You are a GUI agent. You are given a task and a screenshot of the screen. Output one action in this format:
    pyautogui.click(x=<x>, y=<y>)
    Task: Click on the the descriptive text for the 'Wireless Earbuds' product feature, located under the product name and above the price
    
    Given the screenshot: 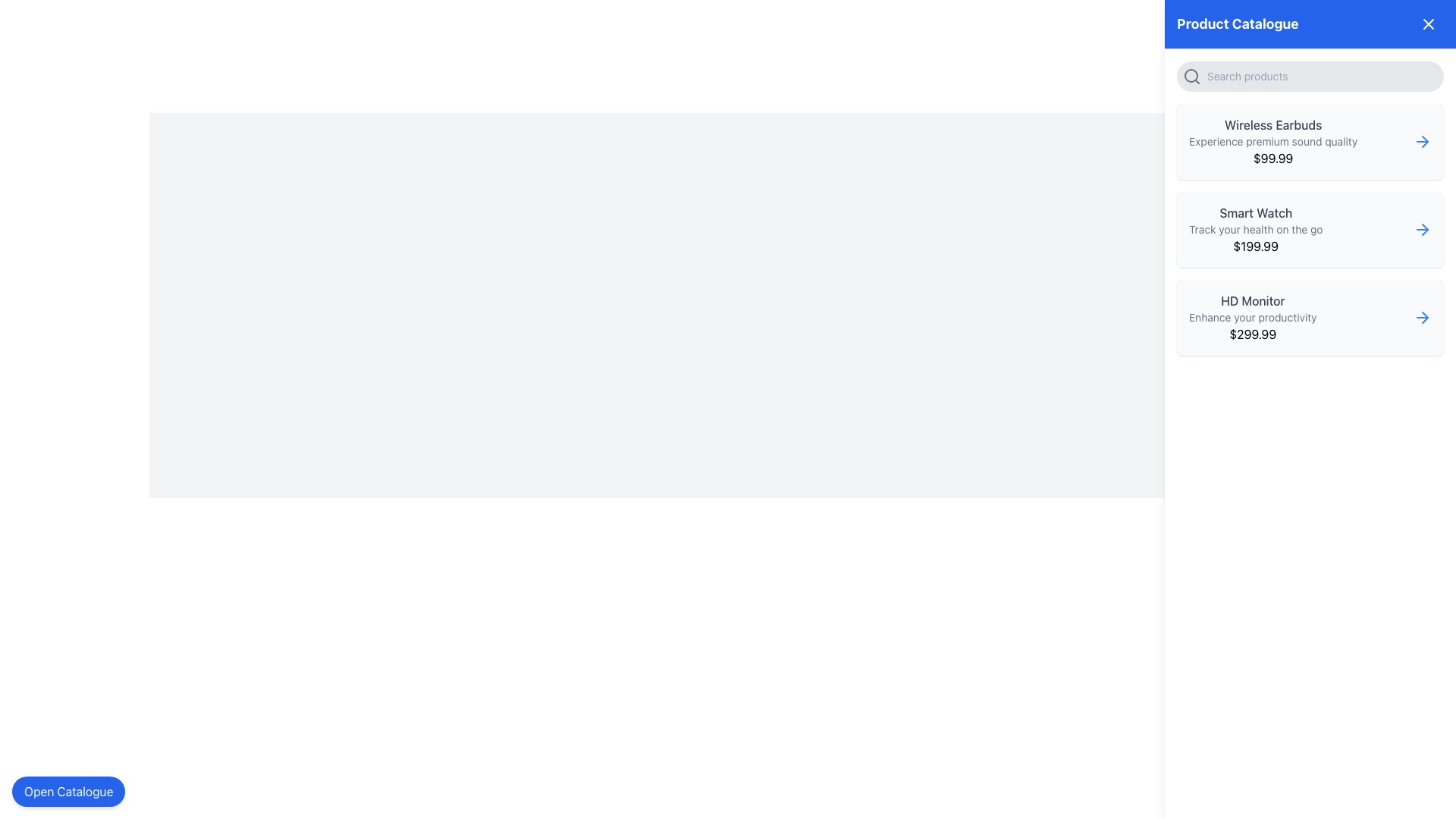 What is the action you would take?
    pyautogui.click(x=1273, y=141)
    